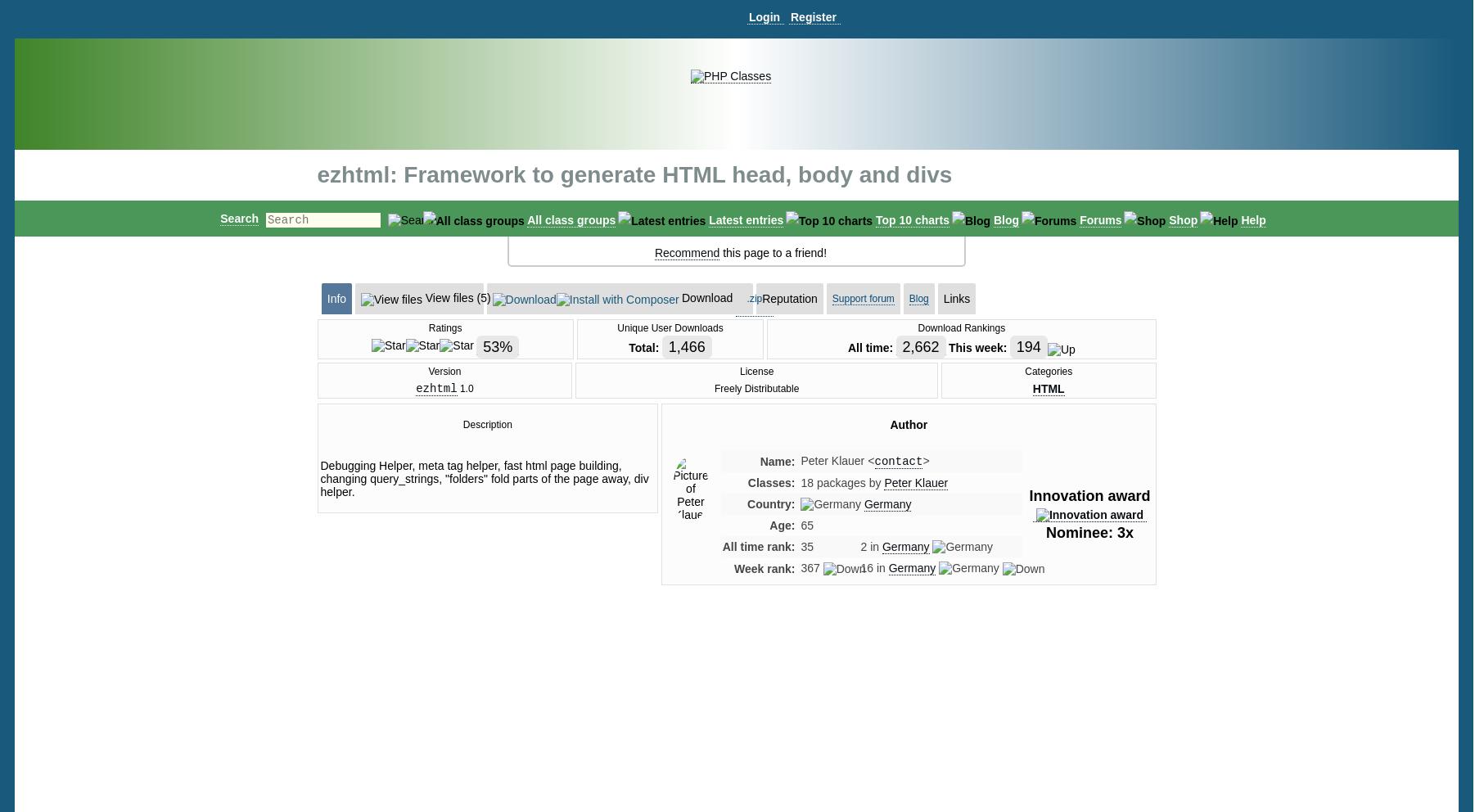 This screenshot has width=1475, height=812. What do you see at coordinates (753, 297) in the screenshot?
I see `'.zip'` at bounding box center [753, 297].